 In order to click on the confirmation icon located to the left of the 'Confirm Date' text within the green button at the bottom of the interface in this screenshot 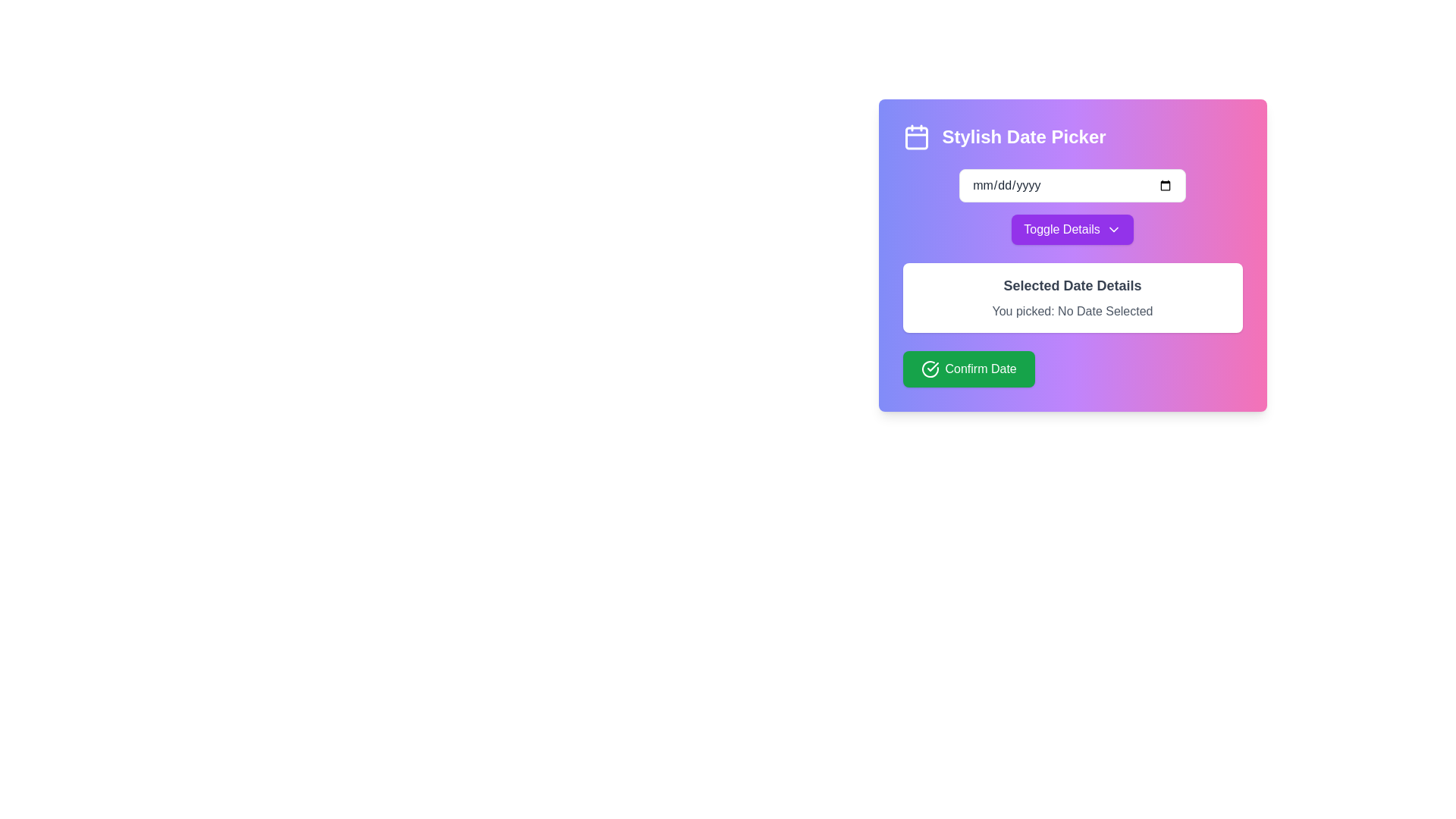, I will do `click(929, 369)`.